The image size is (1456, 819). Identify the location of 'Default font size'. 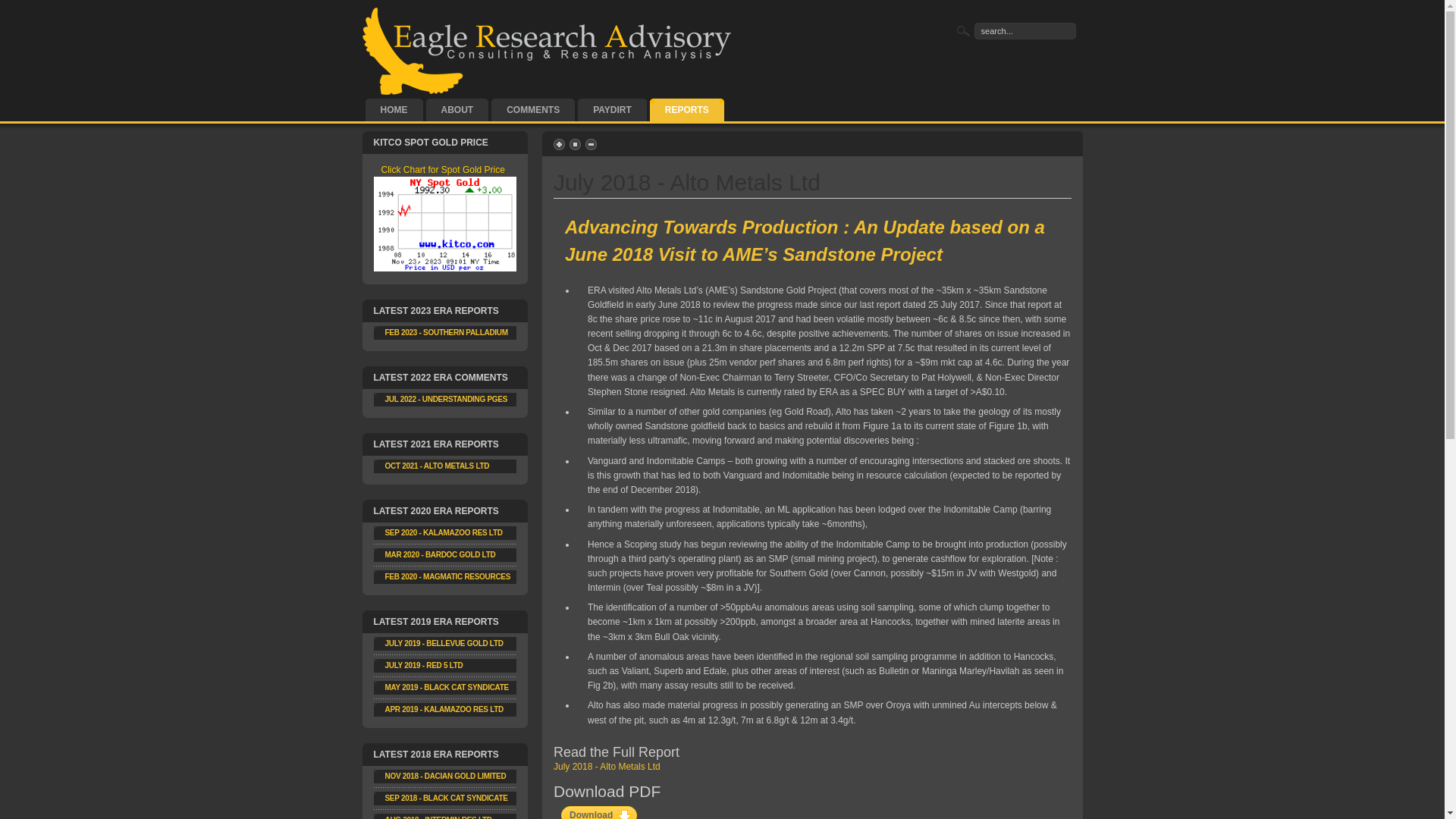
(575, 144).